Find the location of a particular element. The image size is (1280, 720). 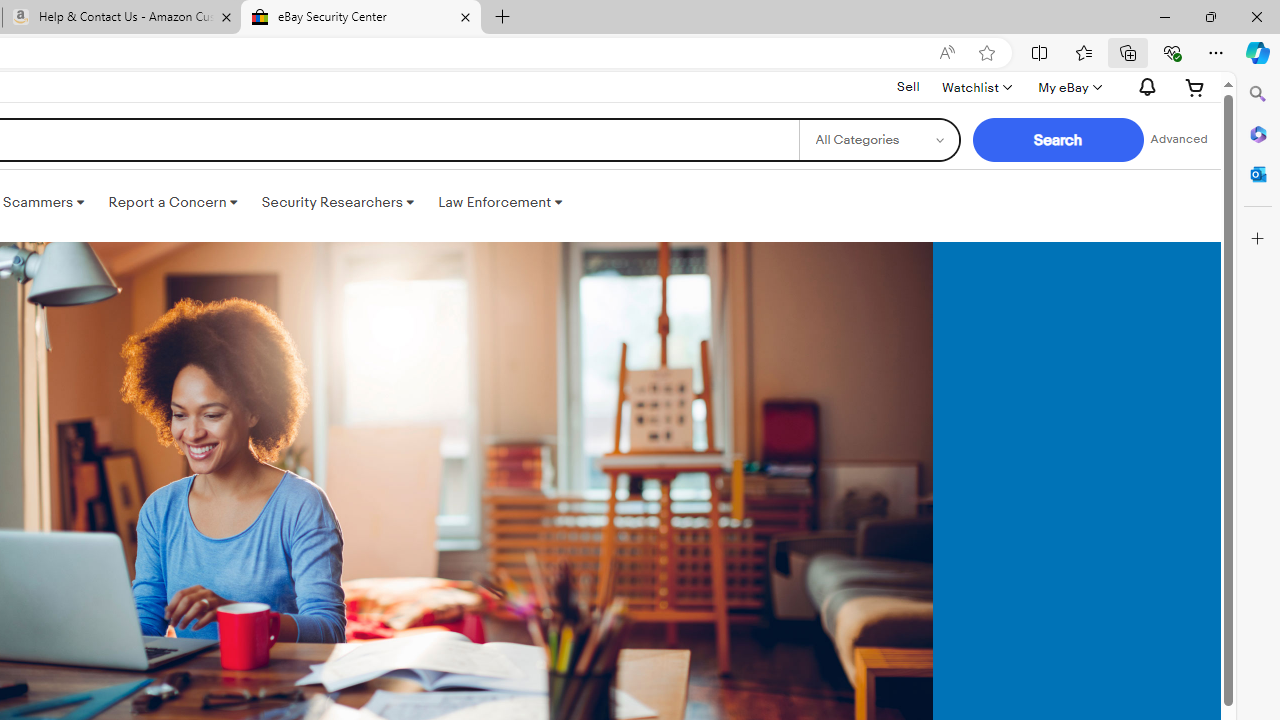

'Watchlist' is located at coordinates (976, 86).